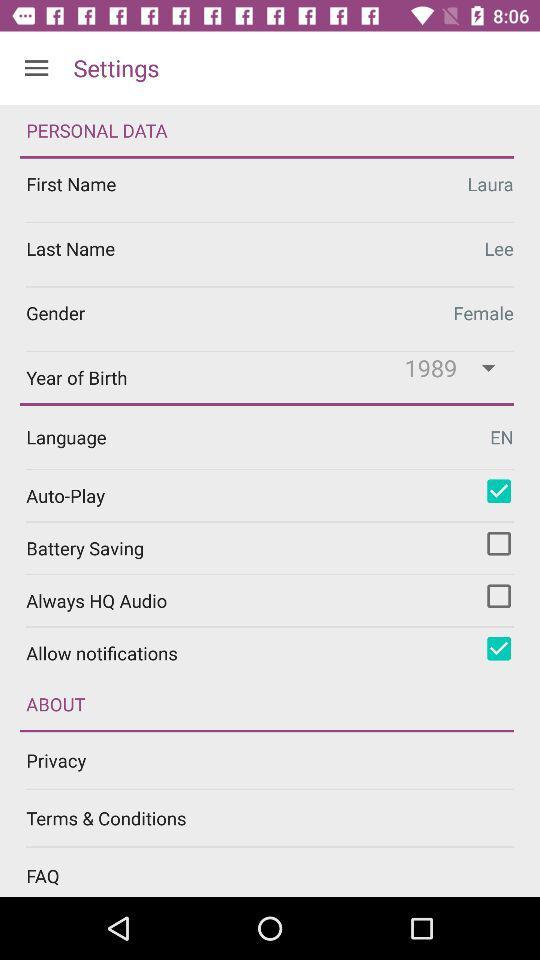 The height and width of the screenshot is (960, 540). Describe the element at coordinates (270, 437) in the screenshot. I see `language` at that location.